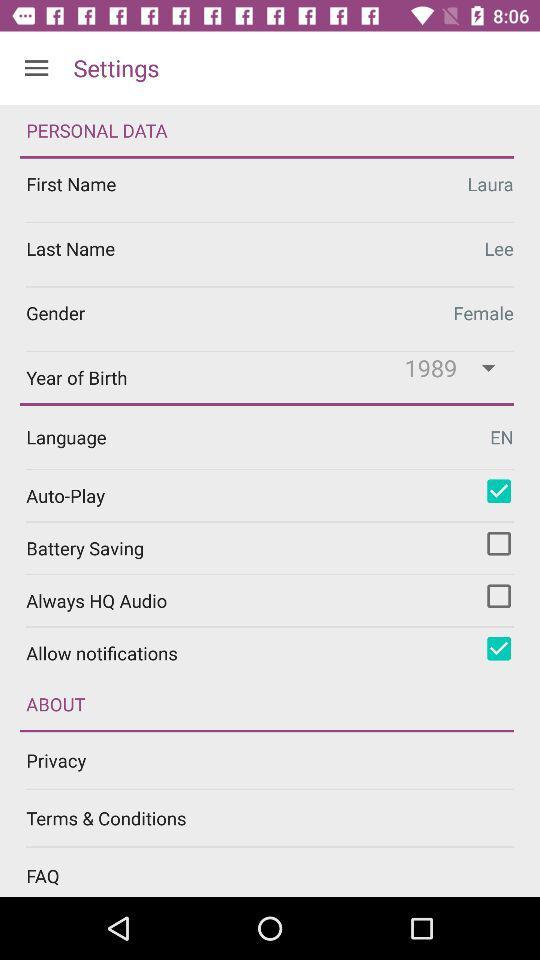 The height and width of the screenshot is (960, 540). Describe the element at coordinates (270, 437) in the screenshot. I see `language` at that location.